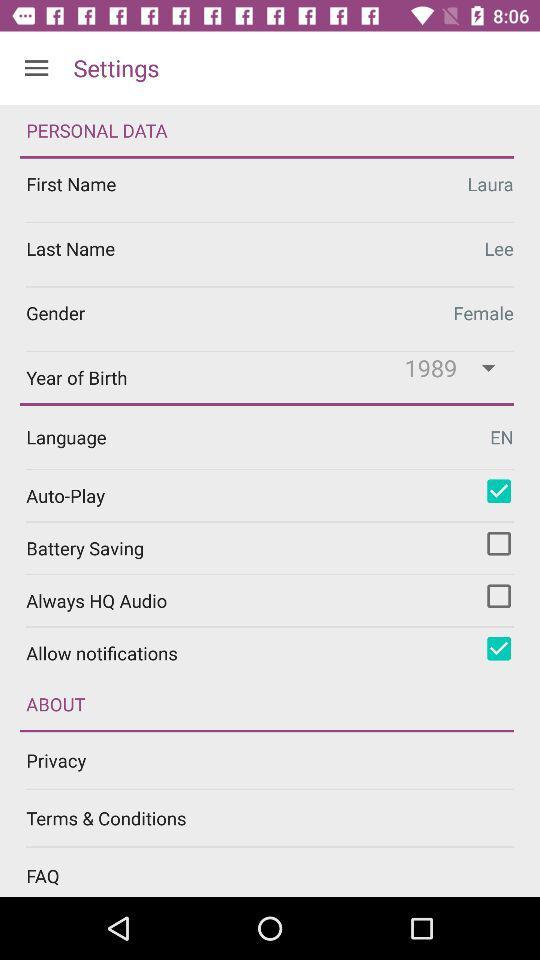 The height and width of the screenshot is (960, 540). Describe the element at coordinates (270, 437) in the screenshot. I see `language` at that location.